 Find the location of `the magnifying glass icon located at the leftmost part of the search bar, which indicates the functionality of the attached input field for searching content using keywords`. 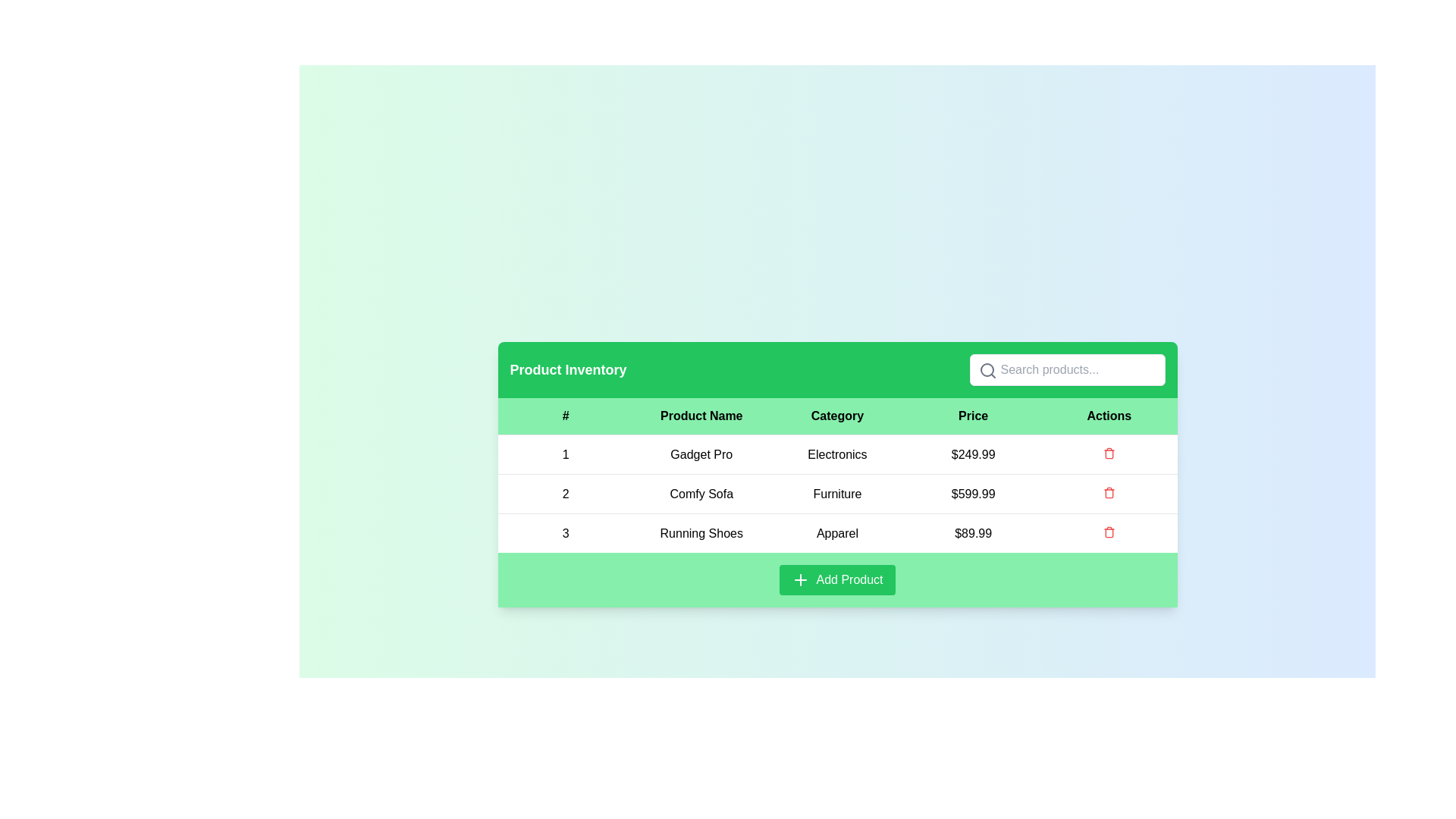

the magnifying glass icon located at the leftmost part of the search bar, which indicates the functionality of the attached input field for searching content using keywords is located at coordinates (987, 371).